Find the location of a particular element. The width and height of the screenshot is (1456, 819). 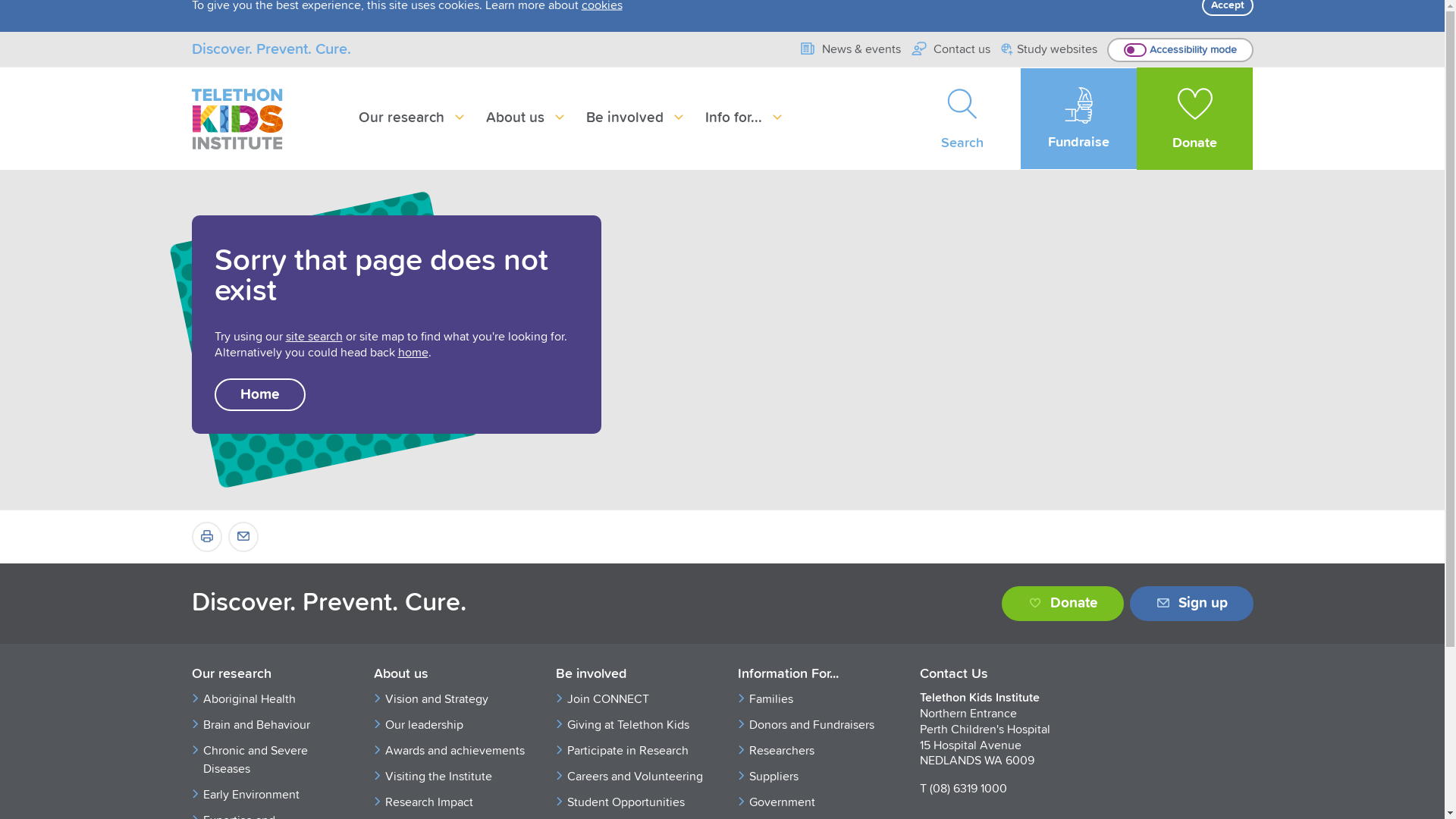

'Information For...' is located at coordinates (811, 674).